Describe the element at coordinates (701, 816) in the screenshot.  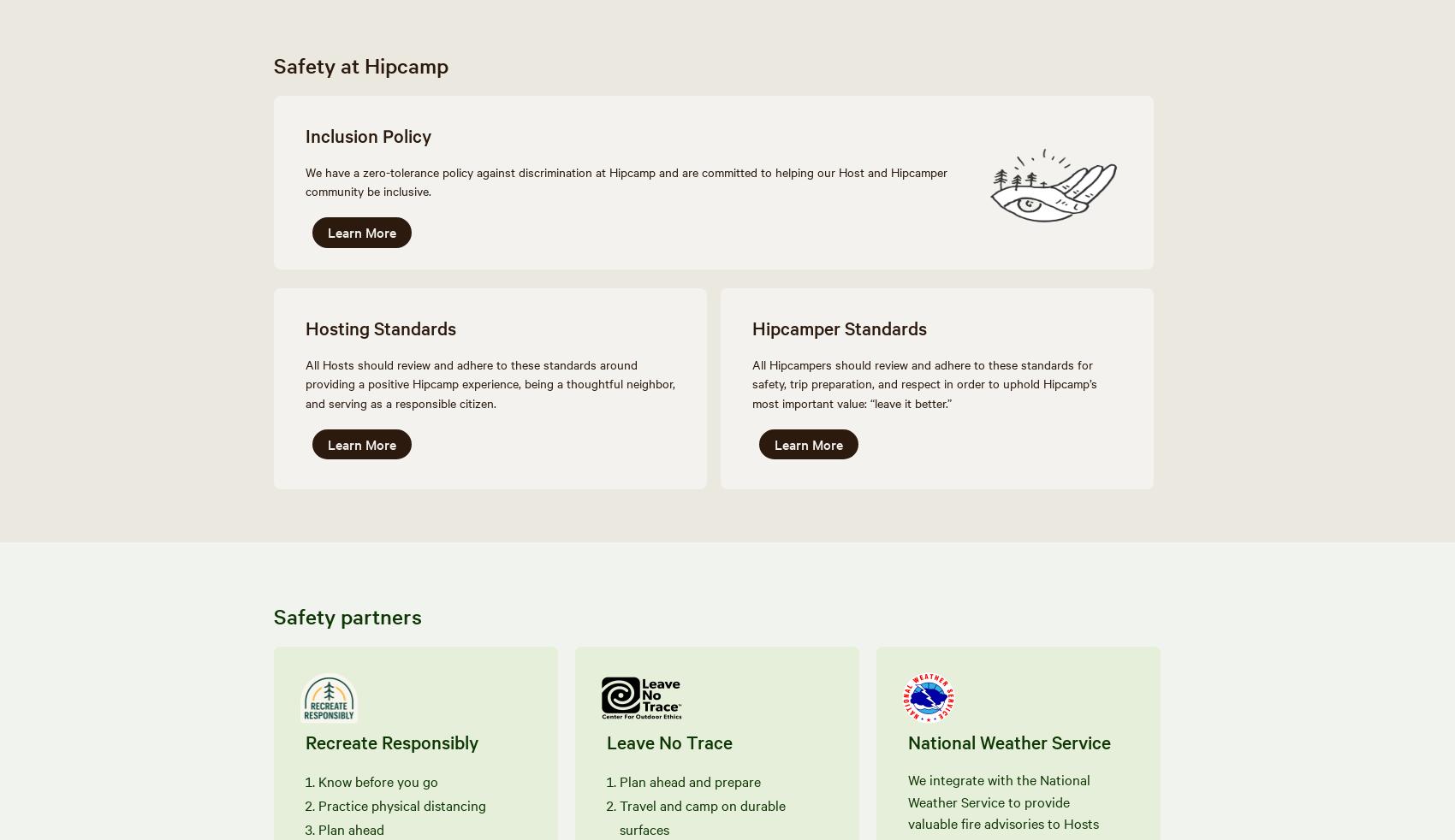
I see `'Travel and camp on durable surfaces'` at that location.